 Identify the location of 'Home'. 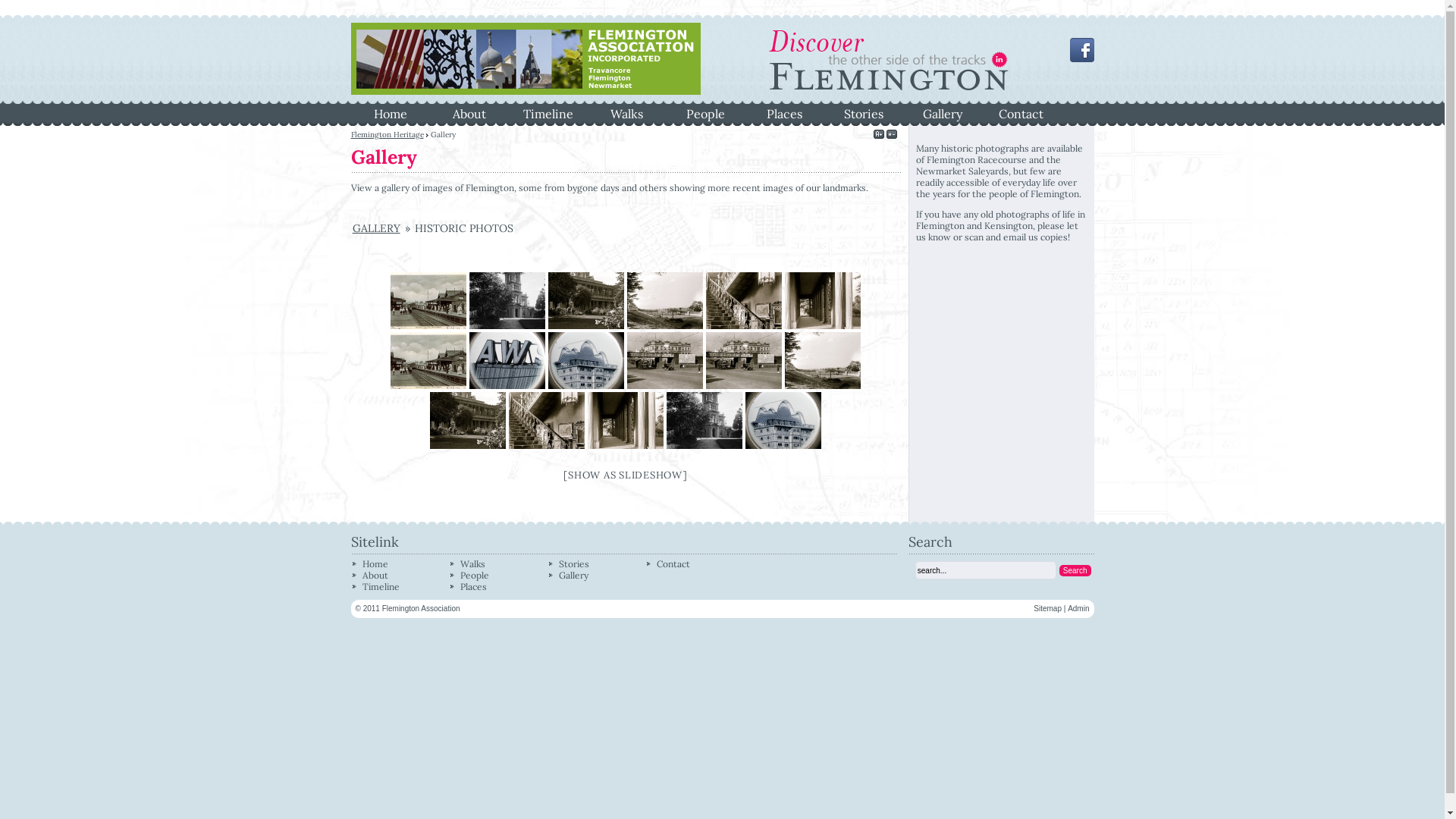
(375, 563).